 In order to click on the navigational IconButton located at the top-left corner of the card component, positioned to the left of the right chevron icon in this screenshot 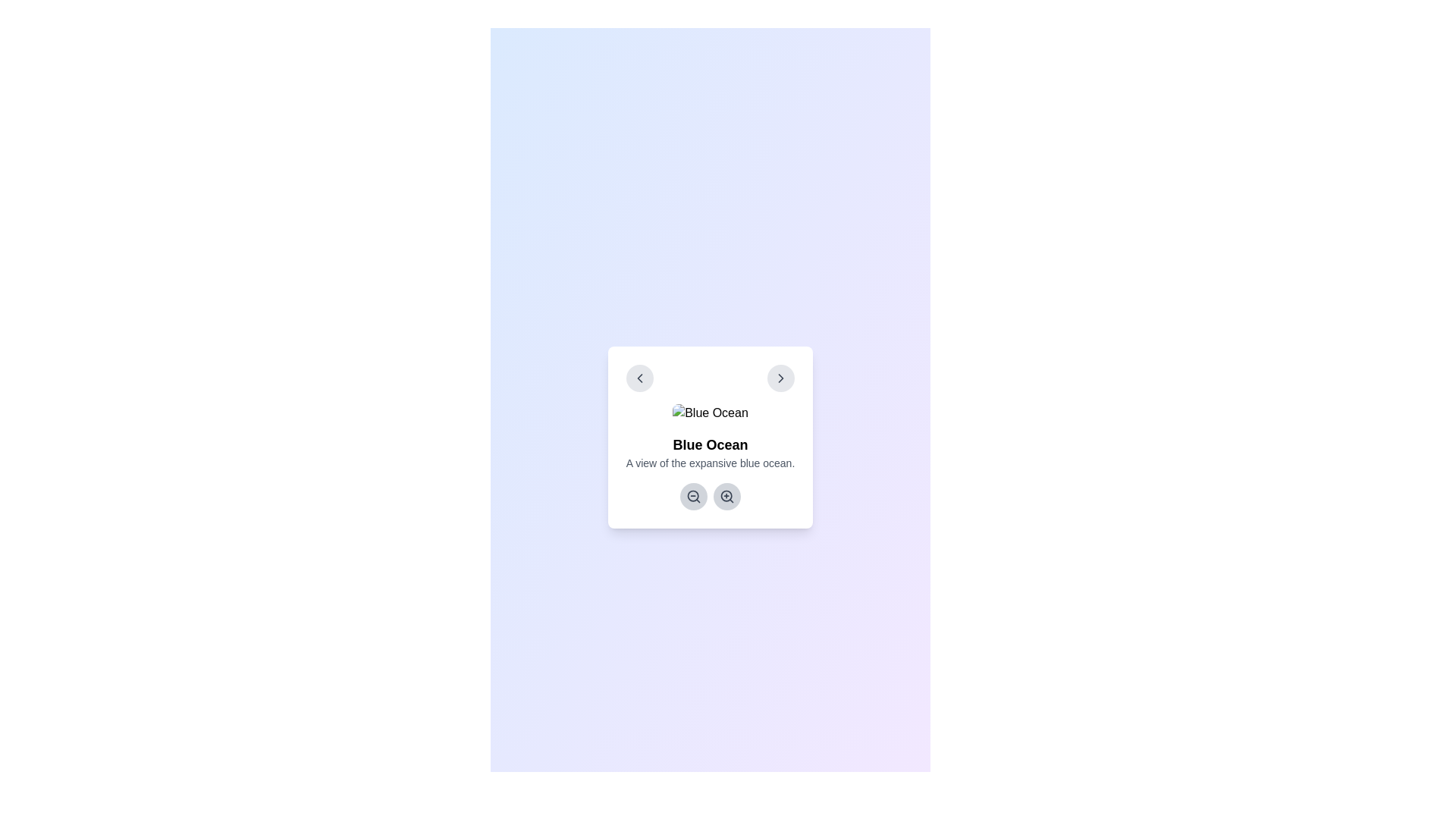, I will do `click(639, 377)`.